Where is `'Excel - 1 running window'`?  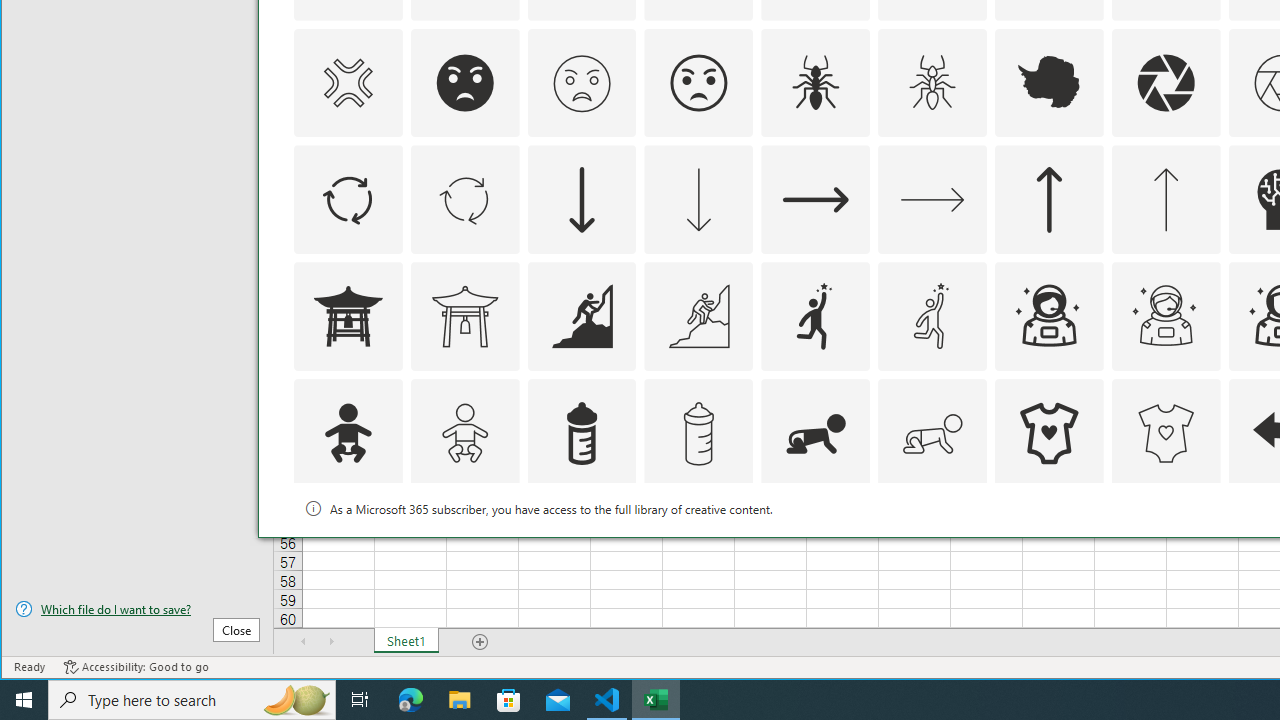
'Excel - 1 running window' is located at coordinates (656, 698).